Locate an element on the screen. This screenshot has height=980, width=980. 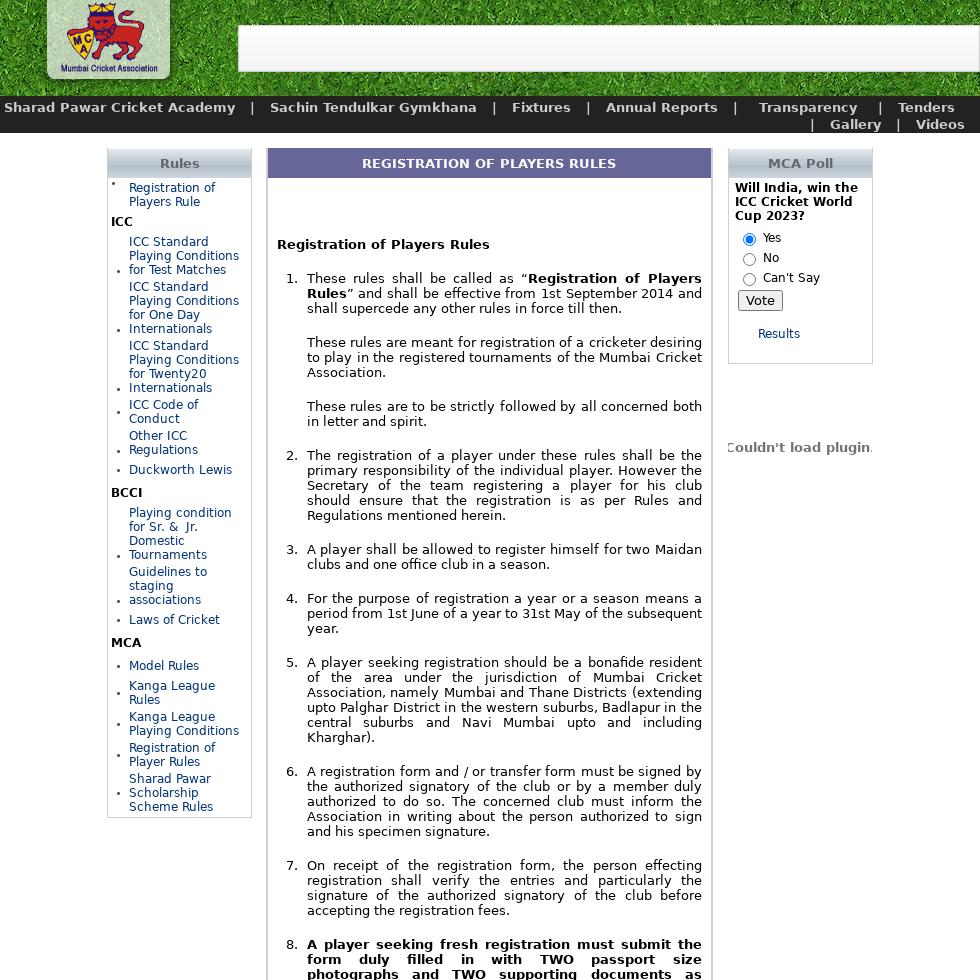
'1.' is located at coordinates (284, 278).